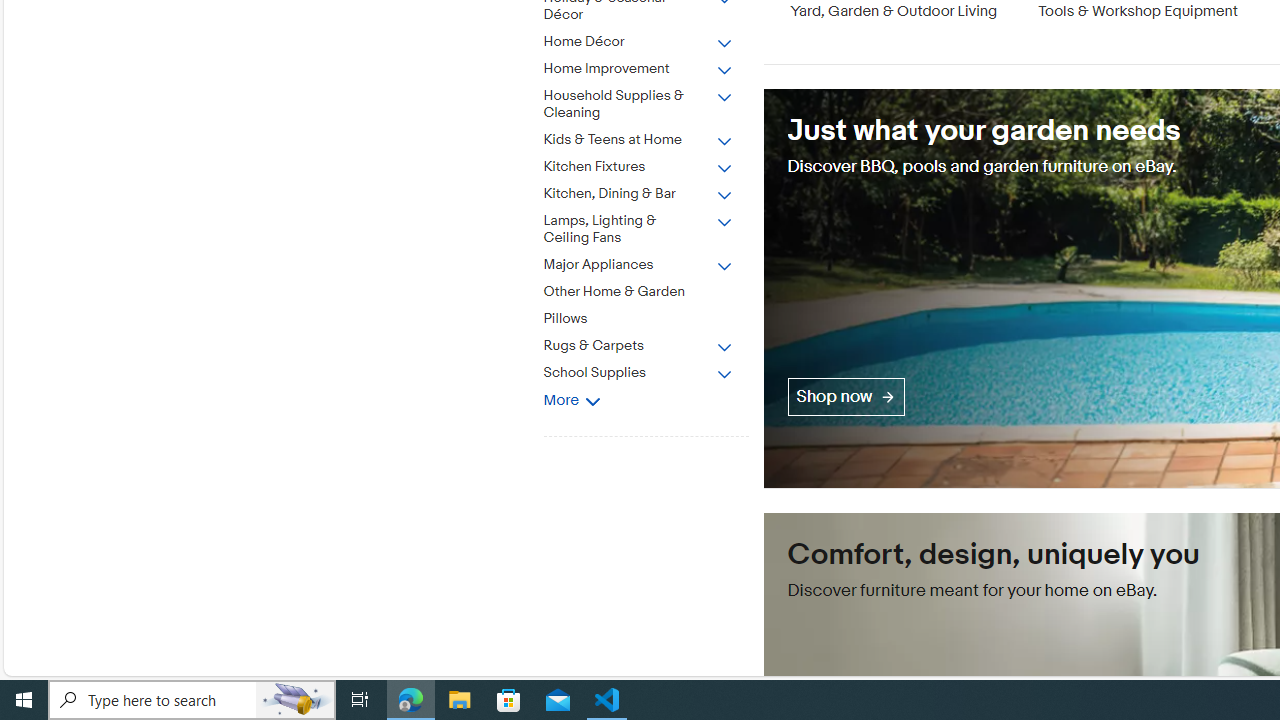 The width and height of the screenshot is (1280, 720). I want to click on 'Kids & Teens at Home', so click(637, 139).